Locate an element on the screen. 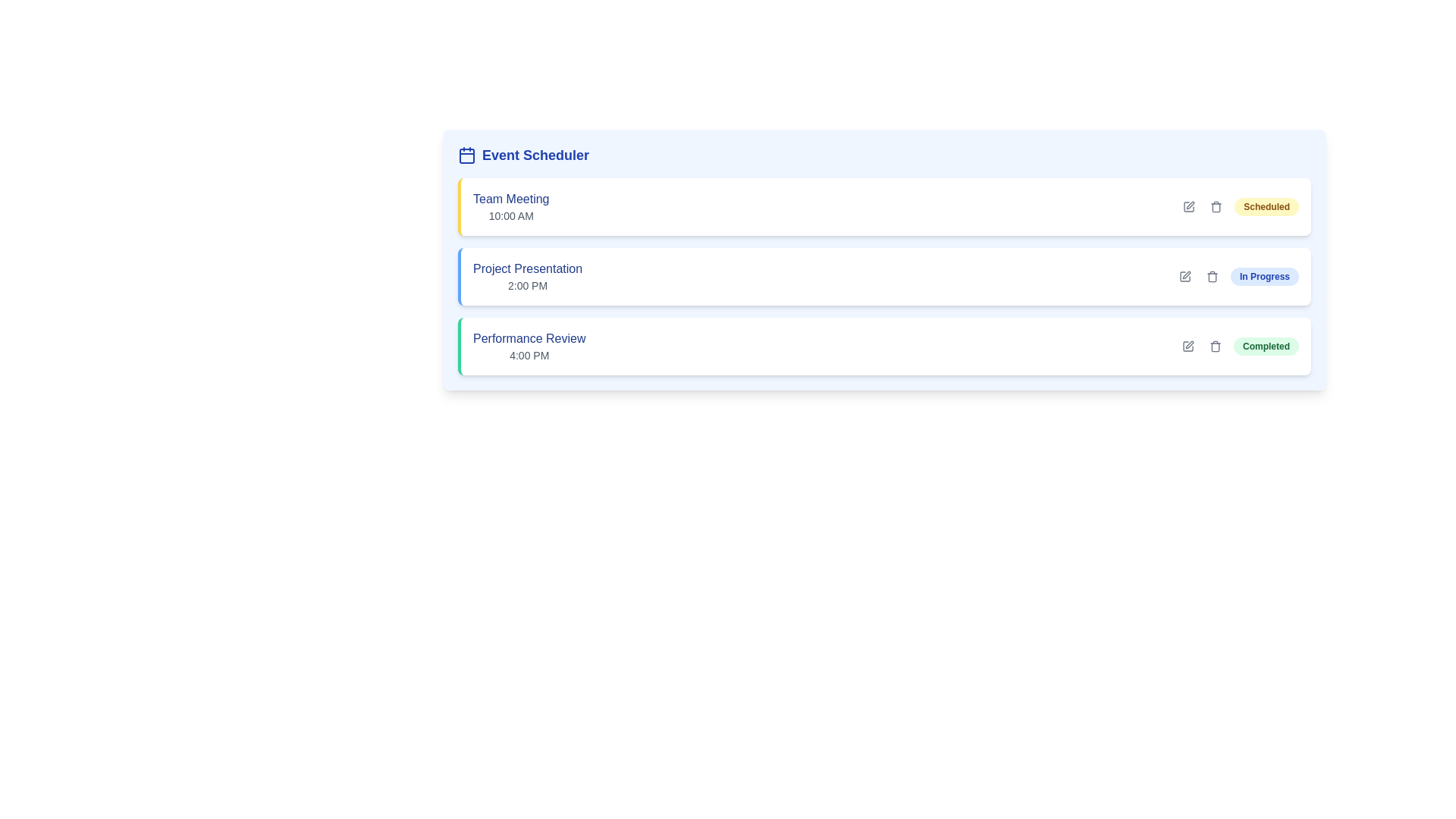 This screenshot has width=1456, height=819. the status of the text label reading 'In Progress' located in the rightmost section of the 'Project Presentation' card, adjacent to the edit and trash icons is located at coordinates (1238, 277).